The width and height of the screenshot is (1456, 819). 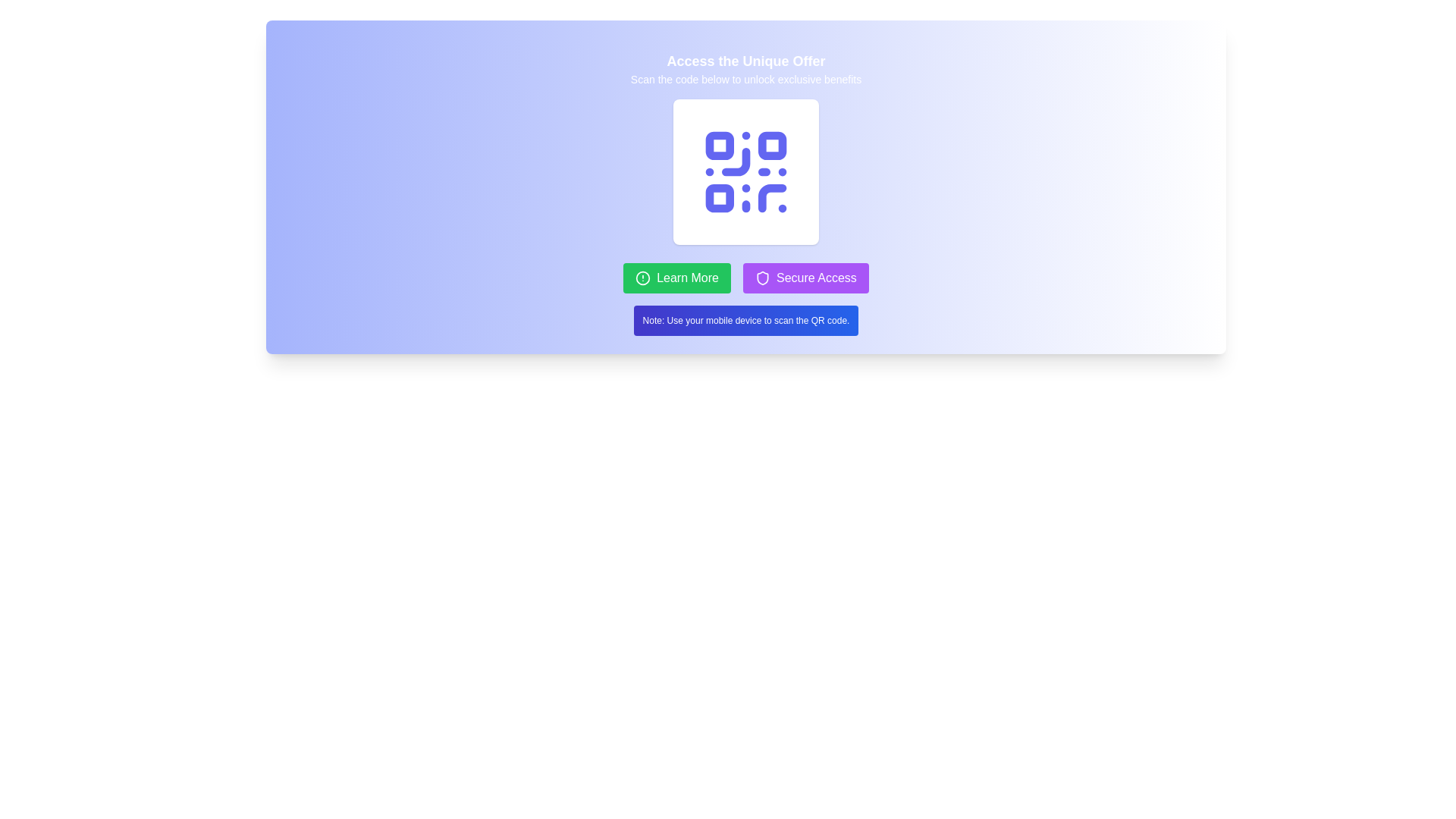 I want to click on the stylized purple shield icon within the Secure Access button, located to the left of the text label 'Secure Access', so click(x=763, y=278).